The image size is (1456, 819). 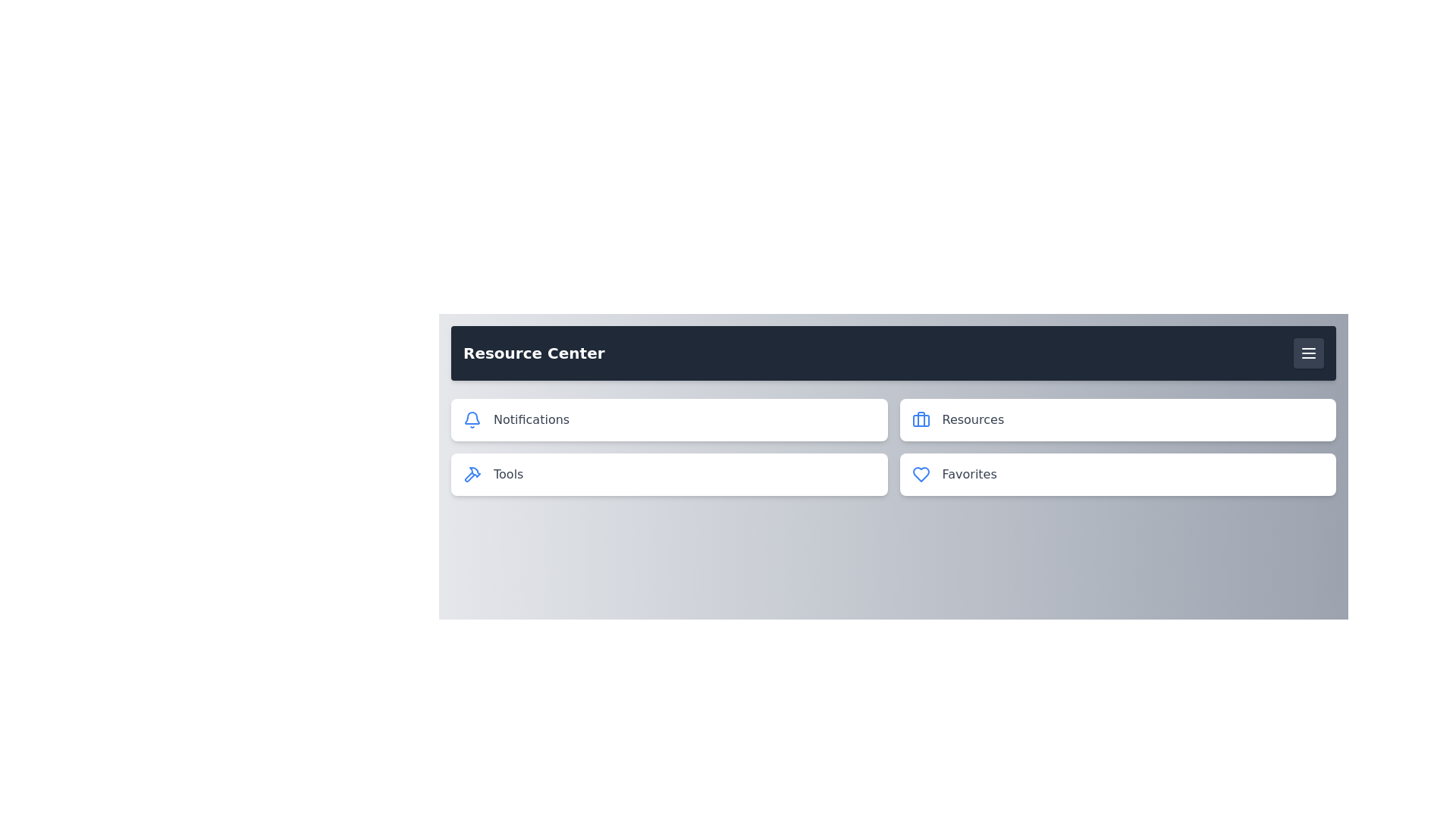 I want to click on the Notifications menu item, so click(x=668, y=420).